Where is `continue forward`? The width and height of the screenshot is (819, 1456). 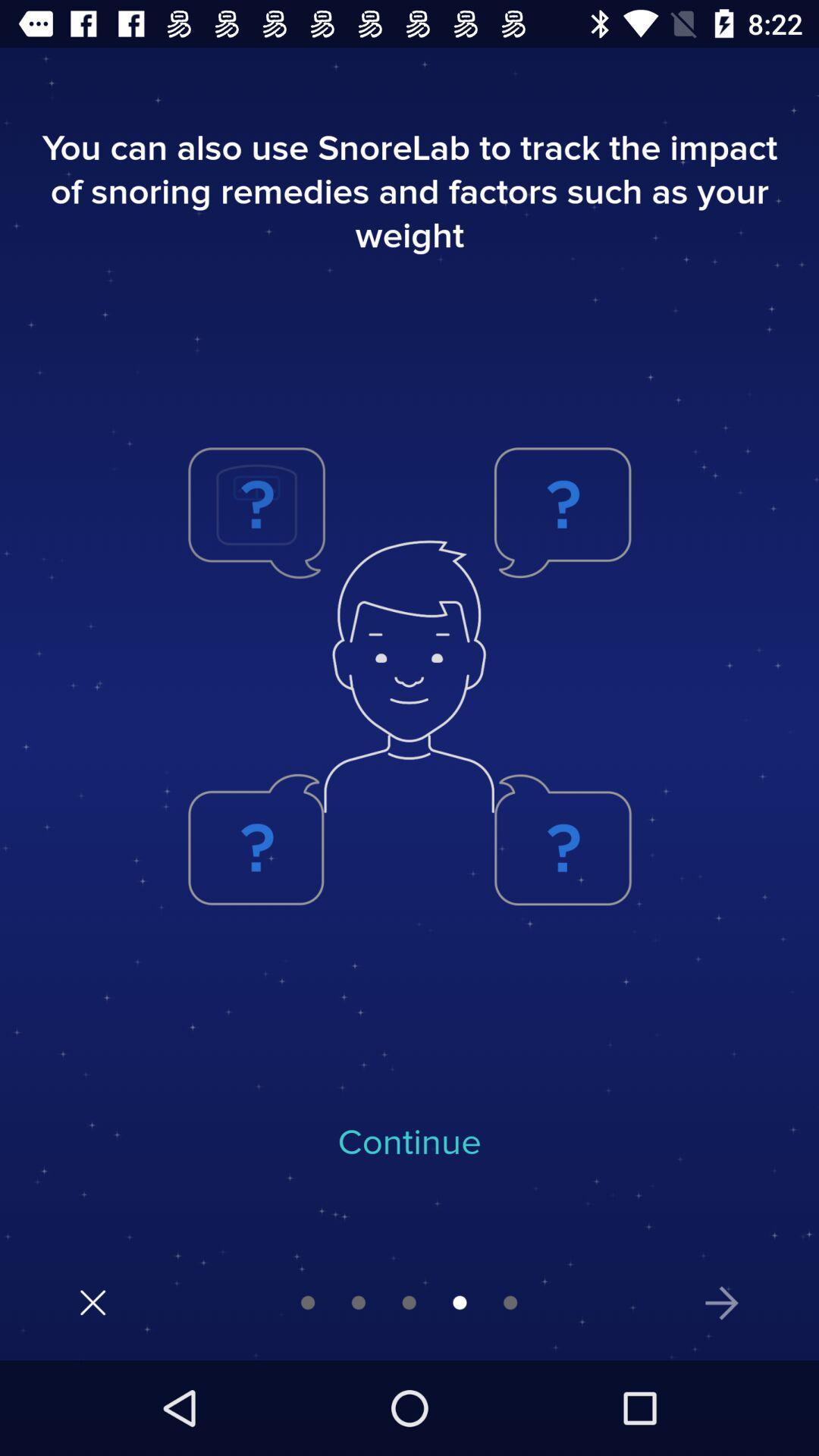
continue forward is located at coordinates (721, 1302).